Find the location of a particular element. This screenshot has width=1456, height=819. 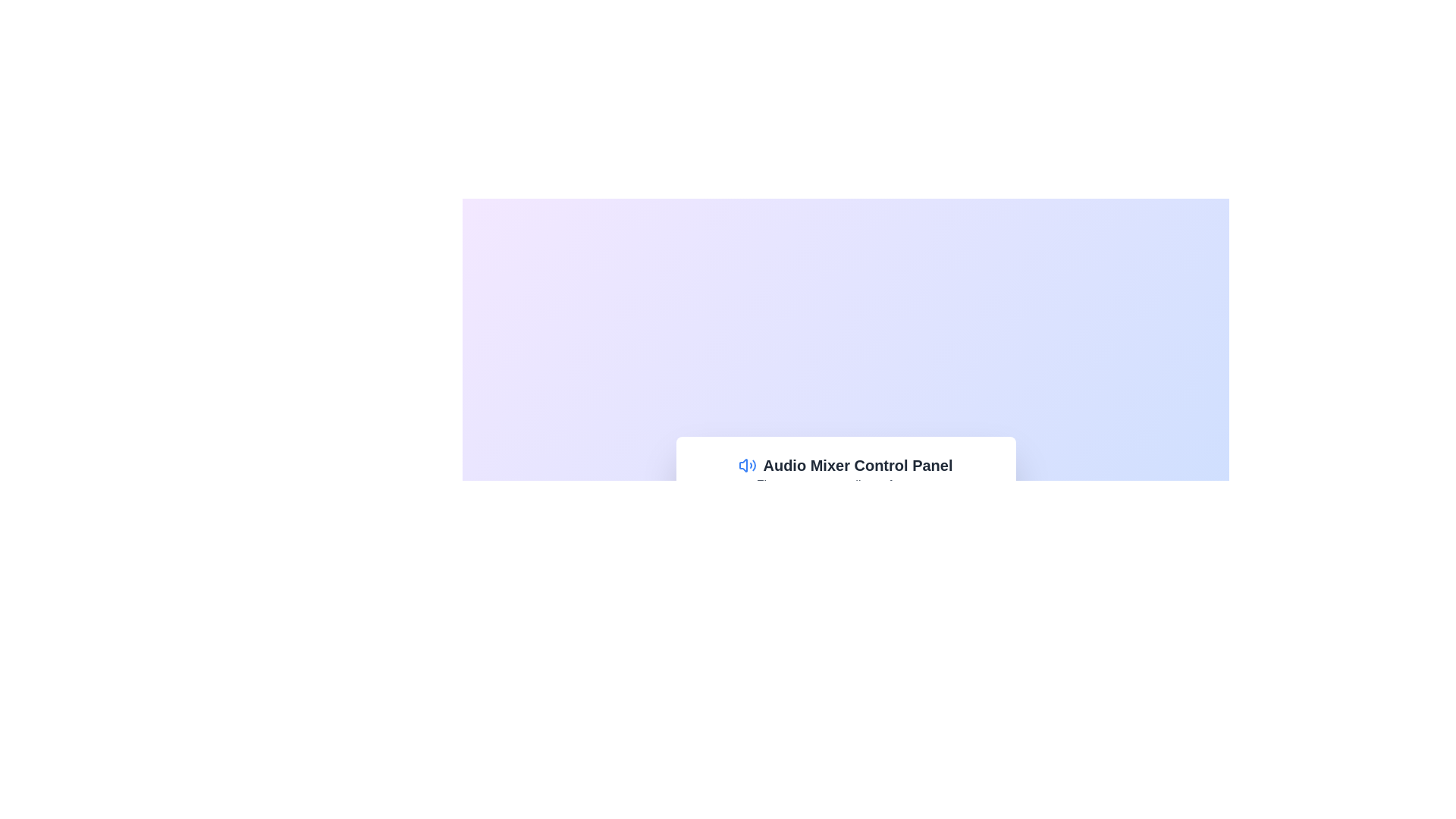

the blue and white speaker icon with sound waves, which is located to the left of the text 'Audio Mixer Control Panel' within the panel is located at coordinates (748, 464).